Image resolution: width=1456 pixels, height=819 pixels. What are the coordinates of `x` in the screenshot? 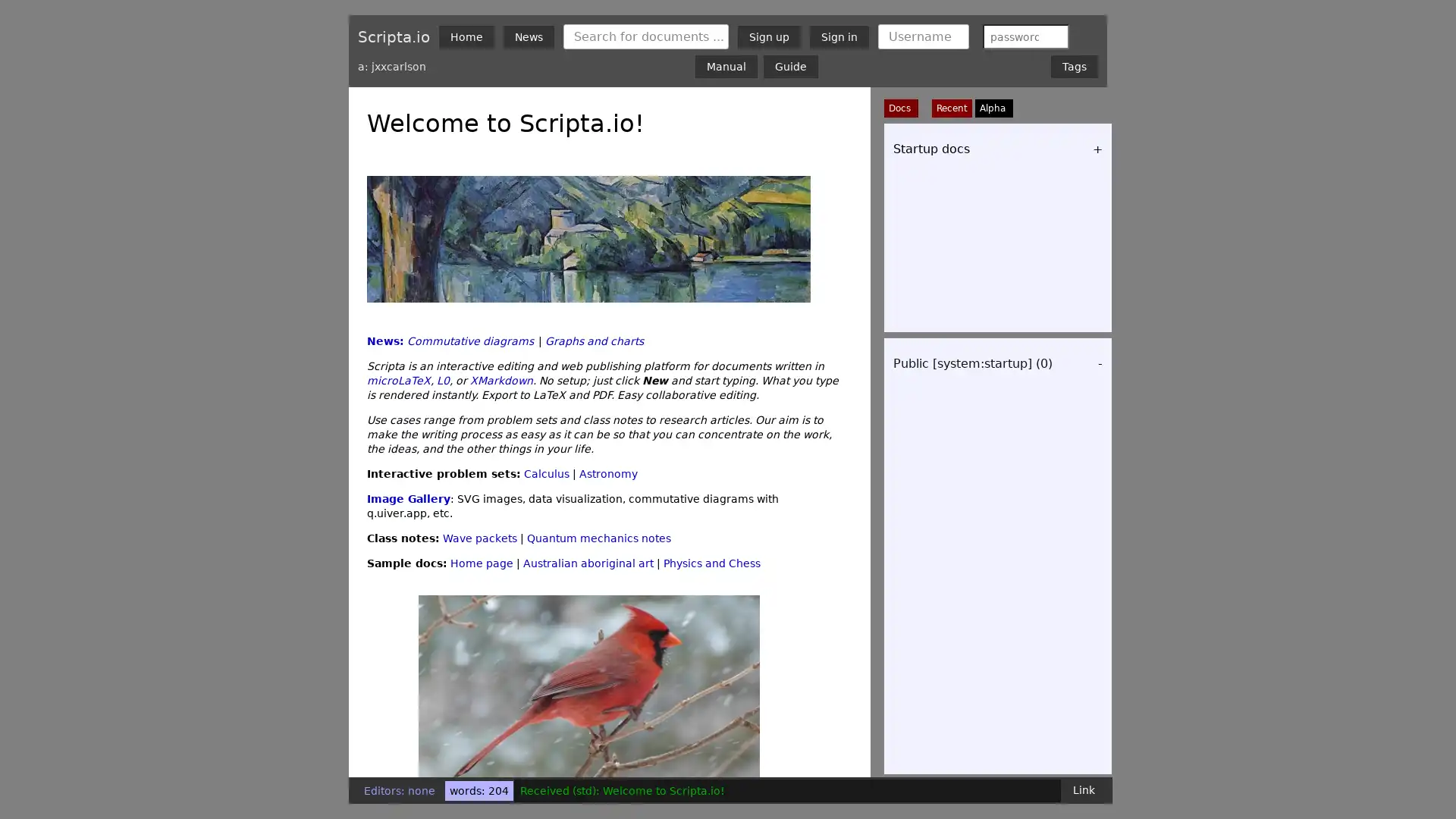 It's located at (1052, 35).